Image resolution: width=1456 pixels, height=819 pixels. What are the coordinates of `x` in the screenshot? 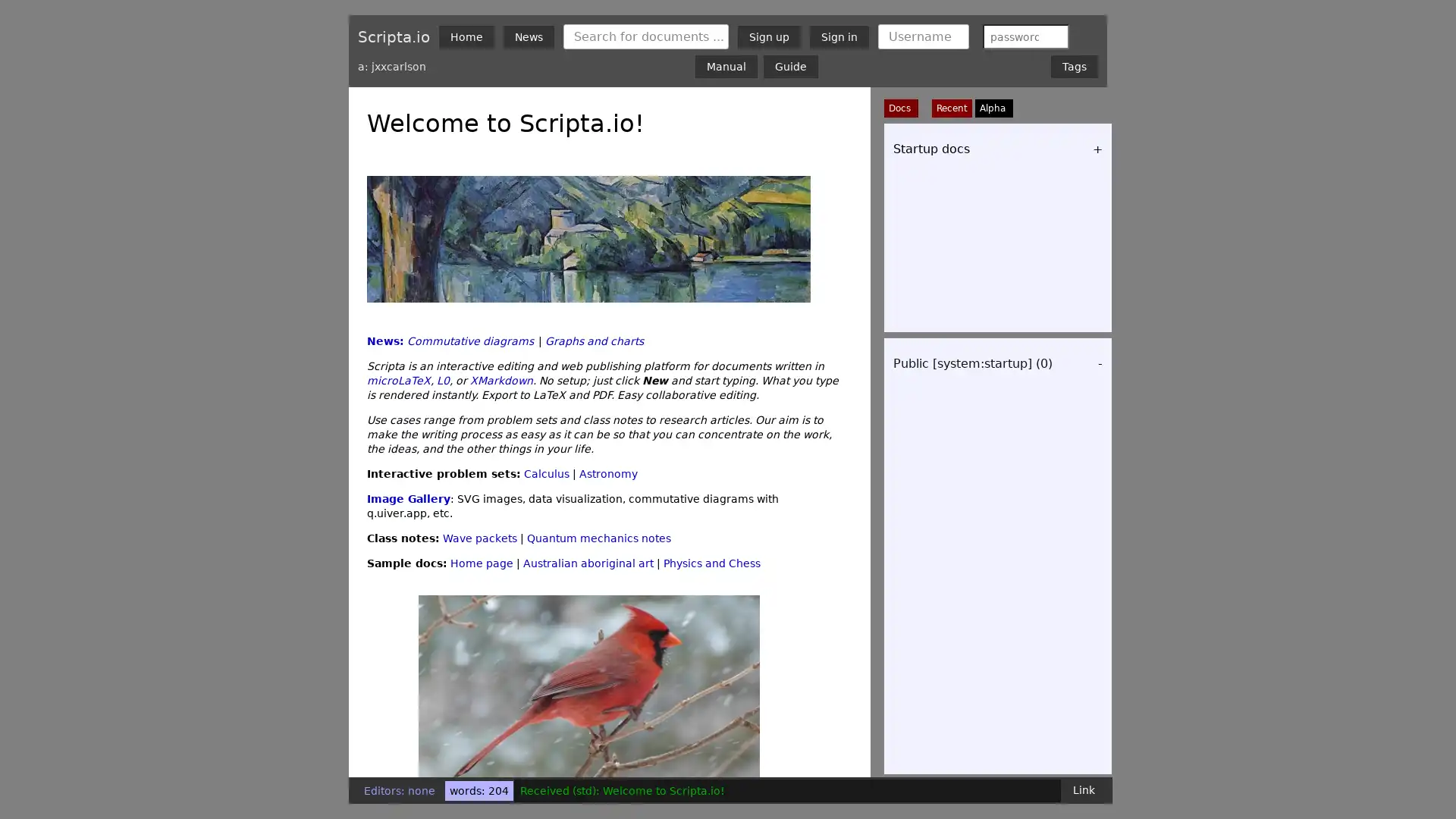 It's located at (1052, 35).